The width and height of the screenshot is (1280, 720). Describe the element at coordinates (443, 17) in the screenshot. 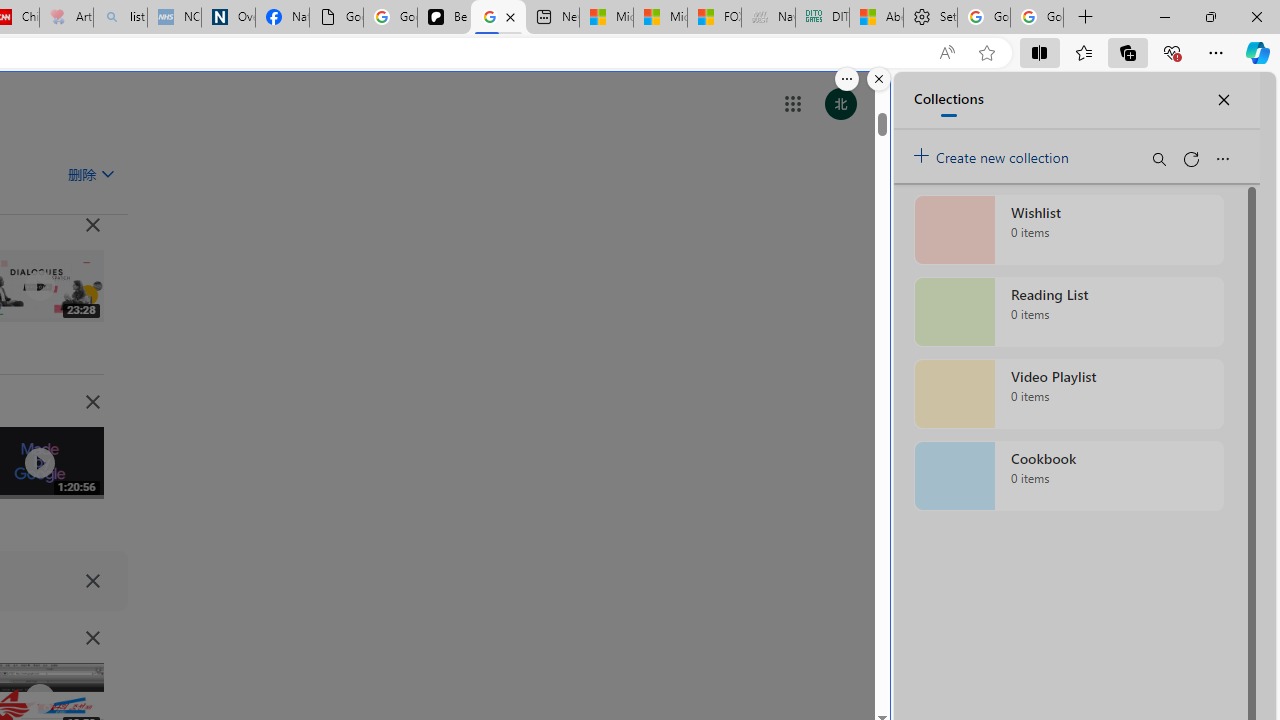

I see `'Be Smart | creating Science videos | Patreon'` at that location.